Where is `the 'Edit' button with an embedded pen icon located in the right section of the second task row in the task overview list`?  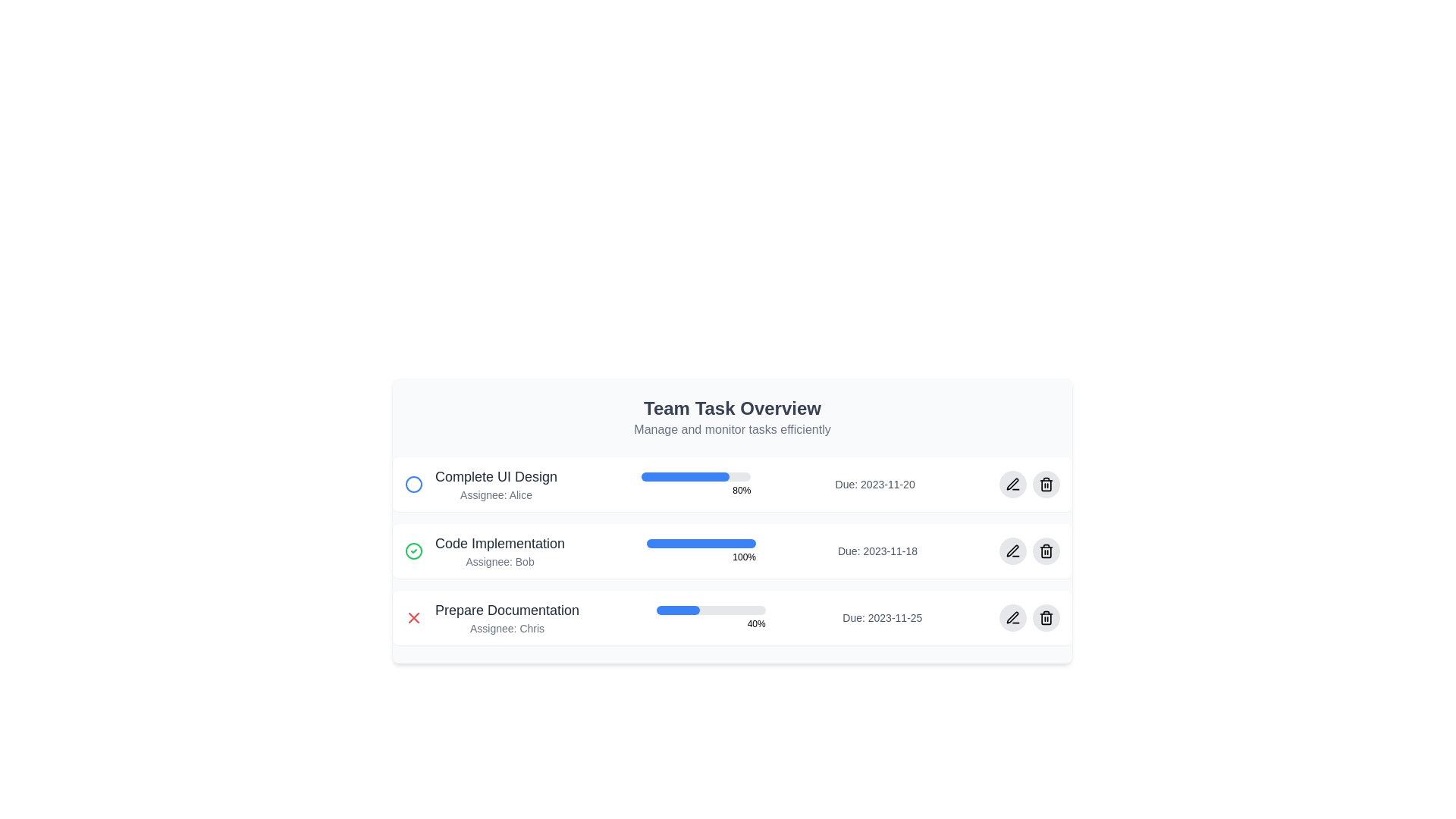
the 'Edit' button with an embedded pen icon located in the right section of the second task row in the task overview list is located at coordinates (1012, 551).